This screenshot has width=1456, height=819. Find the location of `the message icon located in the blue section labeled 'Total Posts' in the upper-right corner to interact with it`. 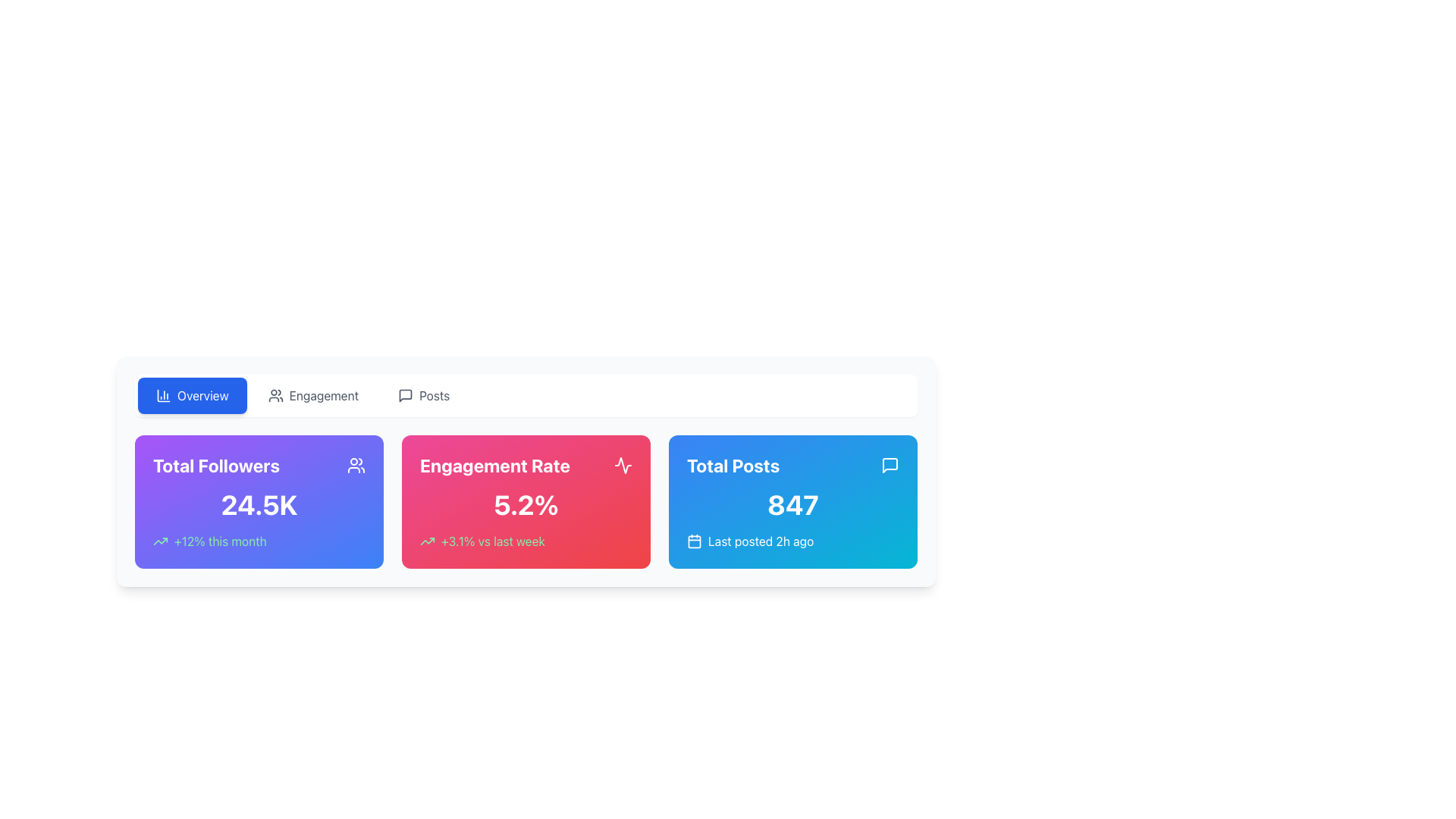

the message icon located in the blue section labeled 'Total Posts' in the upper-right corner to interact with it is located at coordinates (890, 464).